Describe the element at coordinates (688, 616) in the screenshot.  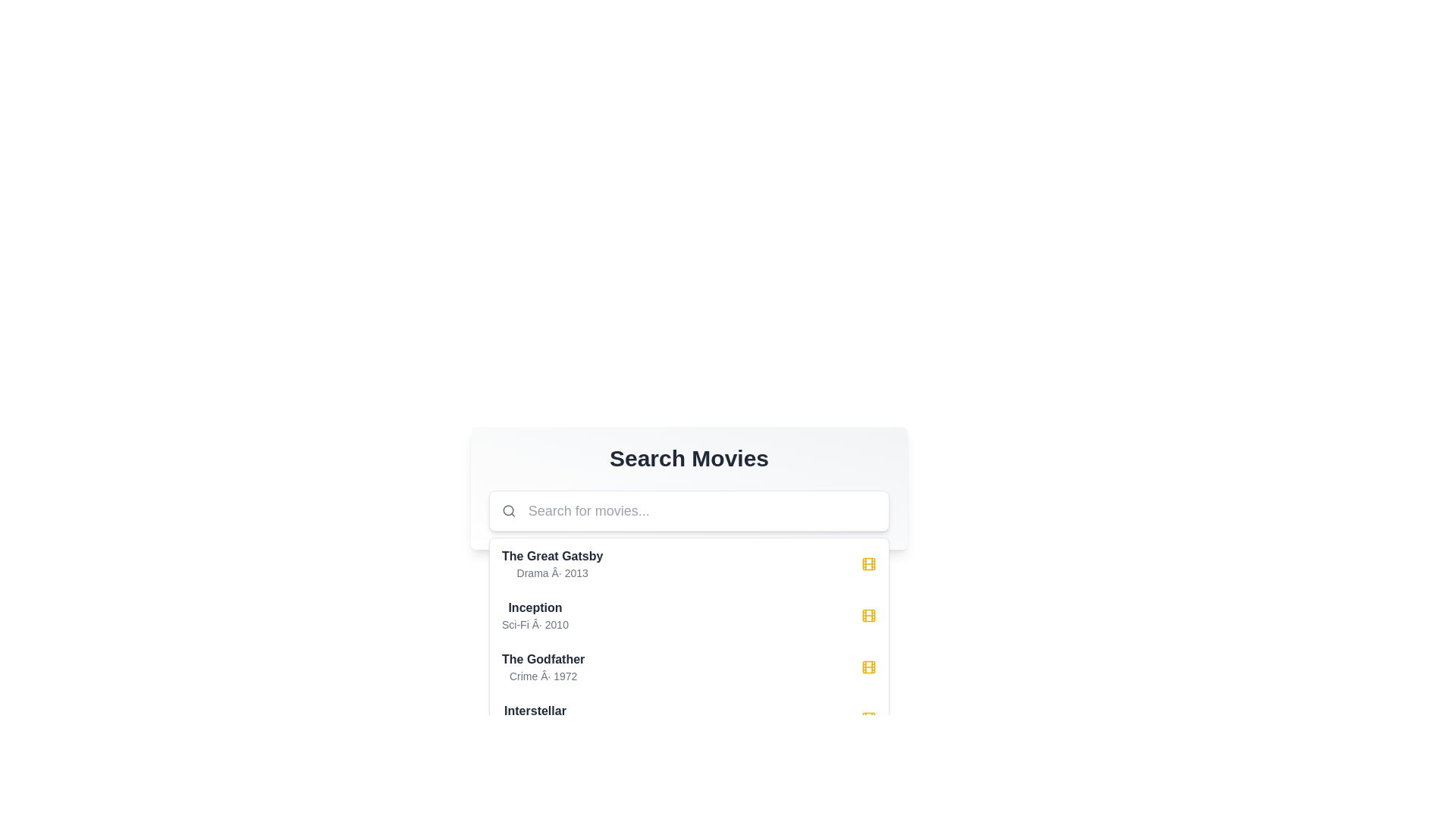
I see `the selectable movie item in the dropdown list that displays the movie's title, genre, and release year, located between 'The Great Gatsby' and 'The Godfather'` at that location.